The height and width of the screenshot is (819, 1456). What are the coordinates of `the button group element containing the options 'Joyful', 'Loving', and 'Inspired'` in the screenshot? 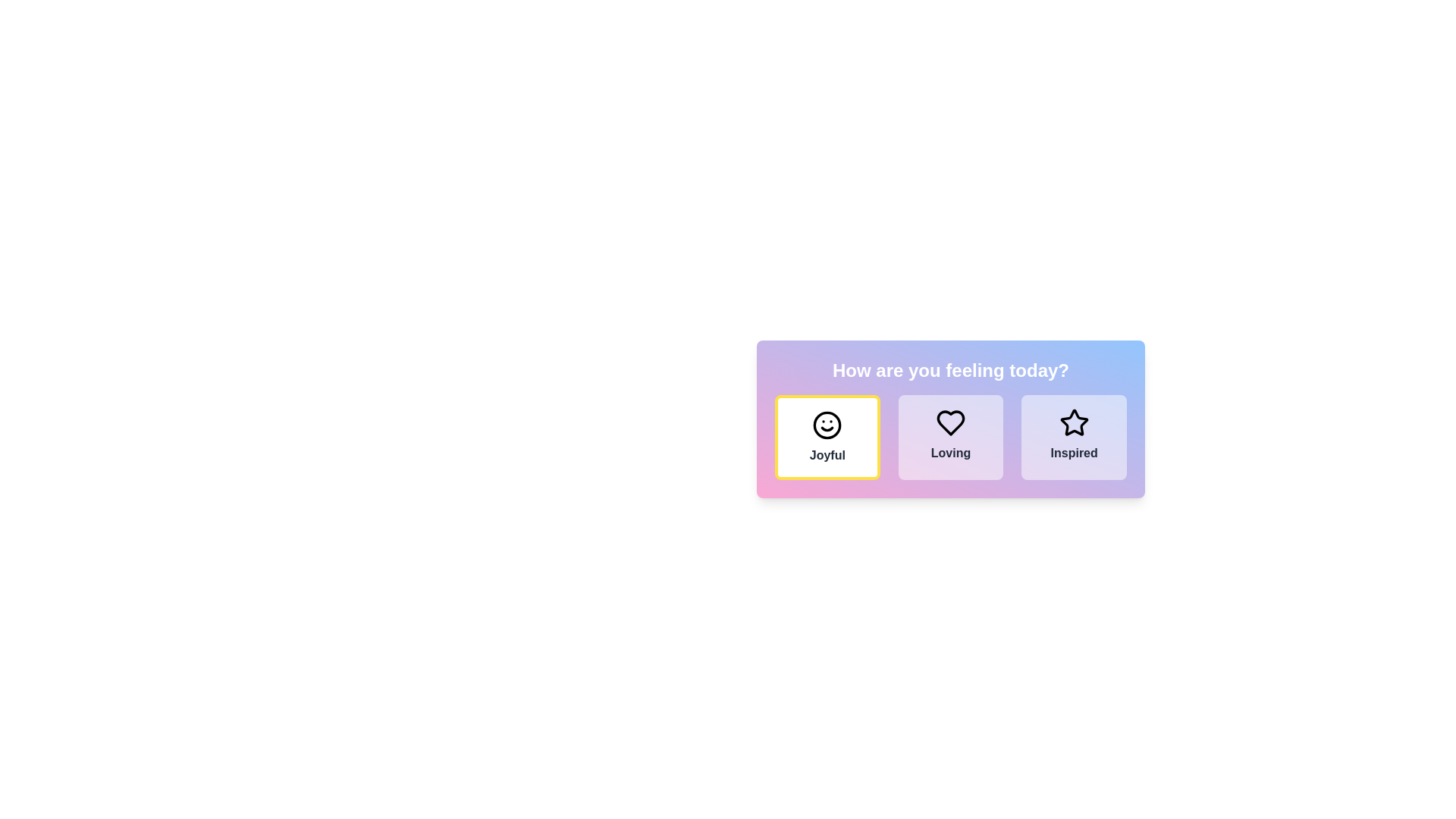 It's located at (949, 419).